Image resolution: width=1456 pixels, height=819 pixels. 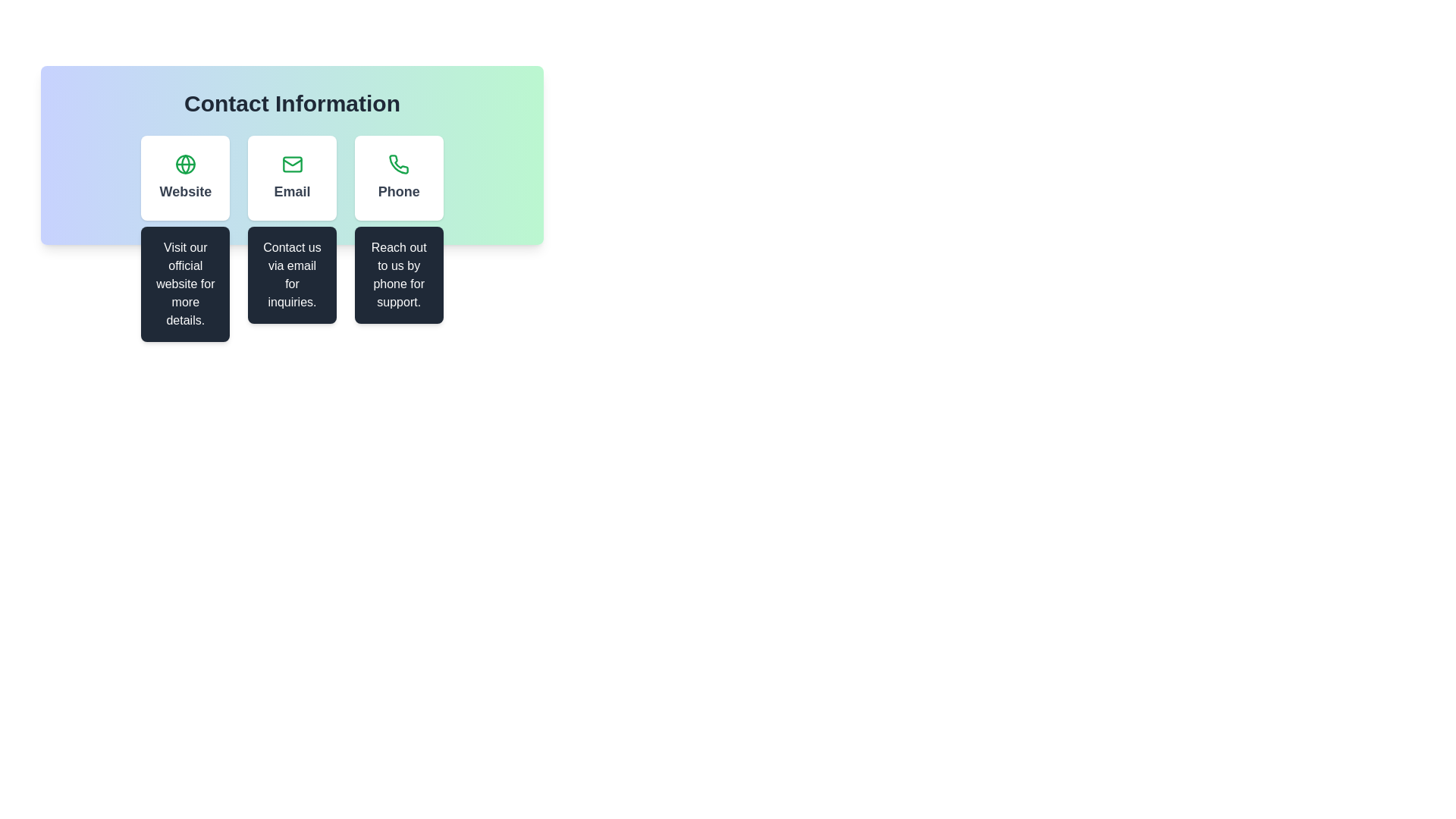 I want to click on the text label that indicates email communication, which is positioned beneath an envelope icon and above the contact text in the center card of a three-card layout, so click(x=292, y=191).